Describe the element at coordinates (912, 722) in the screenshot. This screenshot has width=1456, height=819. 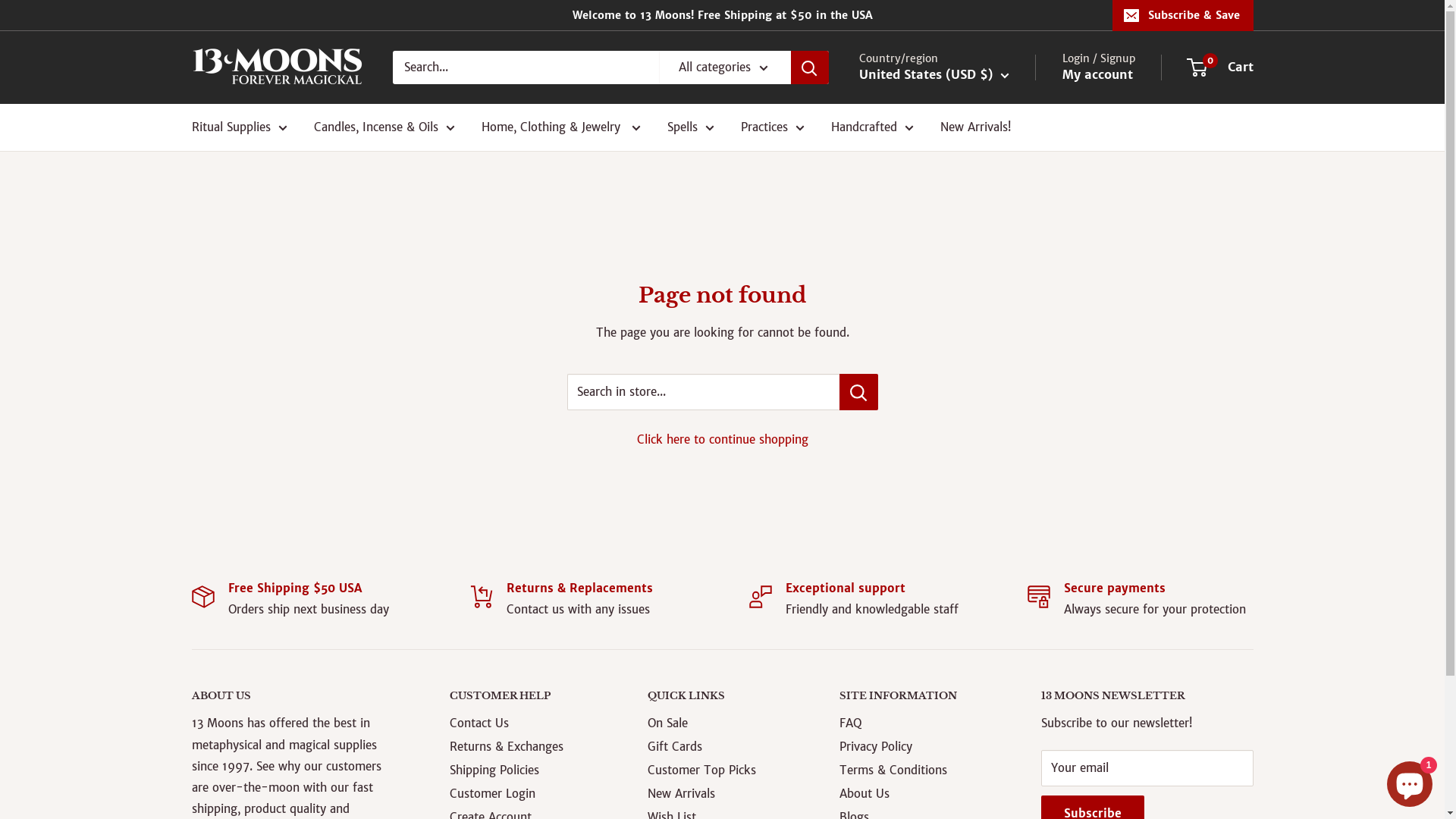
I see `'FAQ'` at that location.